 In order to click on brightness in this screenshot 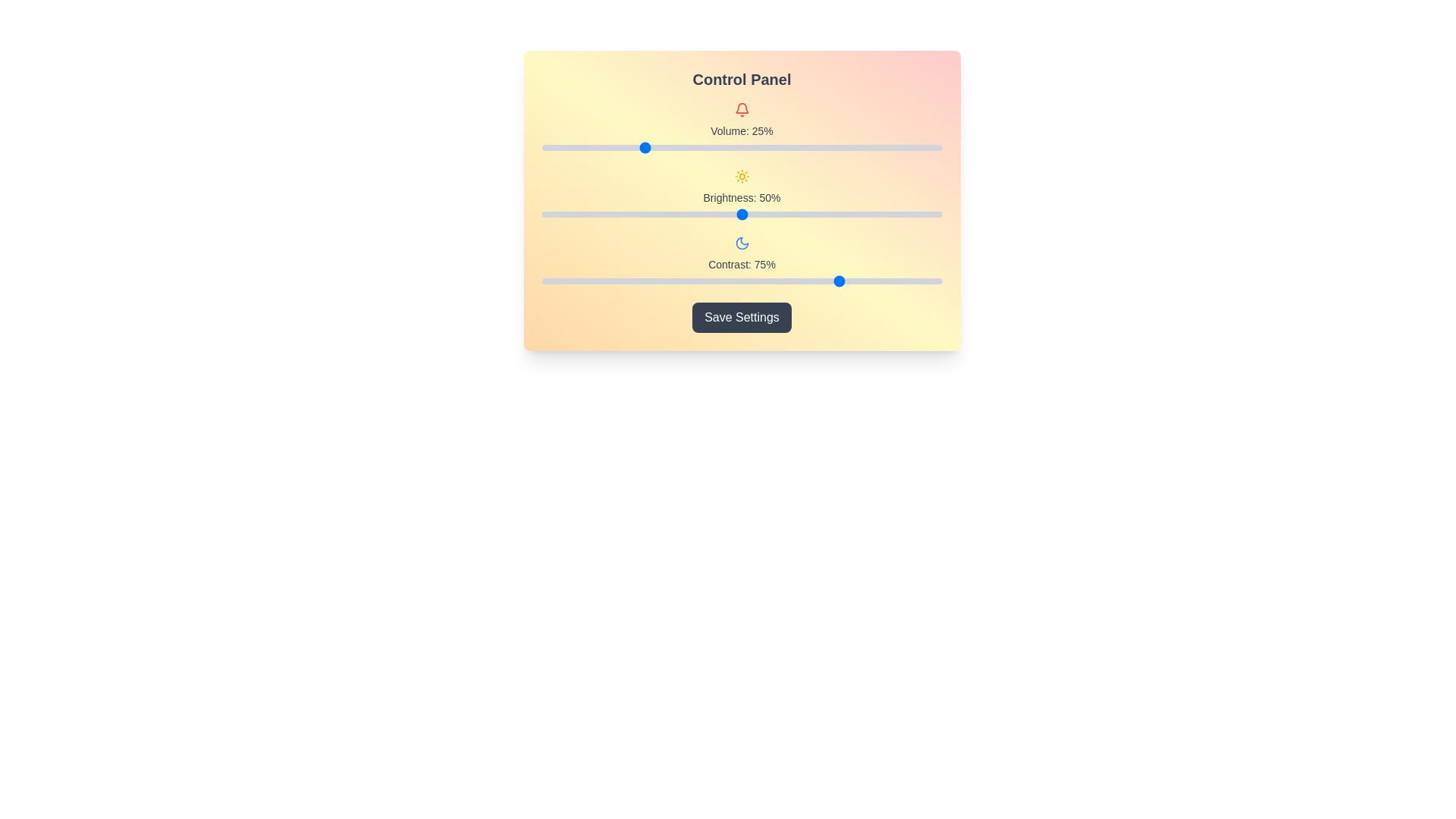, I will do `click(793, 214)`.